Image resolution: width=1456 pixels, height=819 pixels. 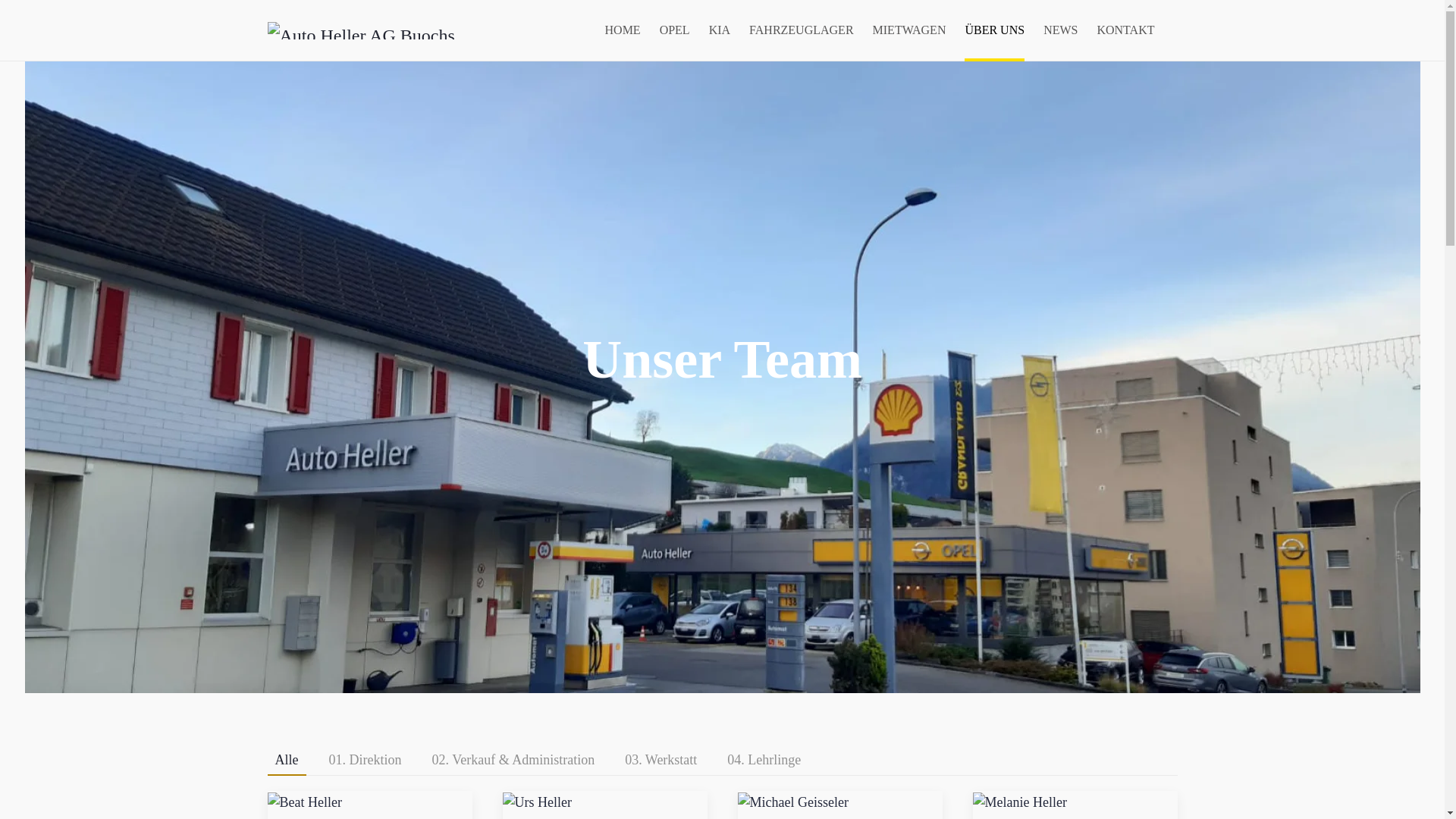 What do you see at coordinates (800, 30) in the screenshot?
I see `'FAHRZEUGLAGER'` at bounding box center [800, 30].